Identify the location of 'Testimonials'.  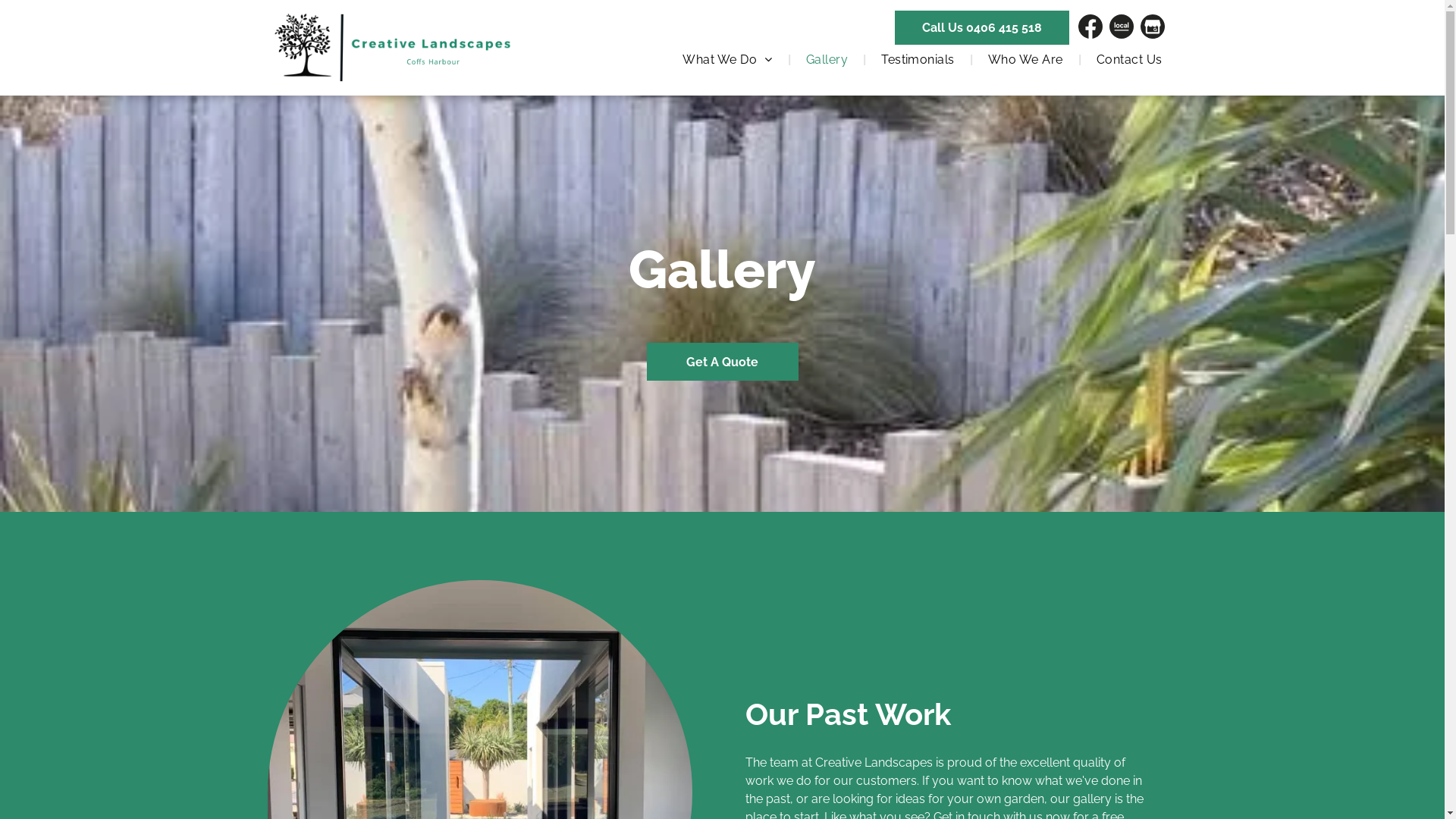
(917, 58).